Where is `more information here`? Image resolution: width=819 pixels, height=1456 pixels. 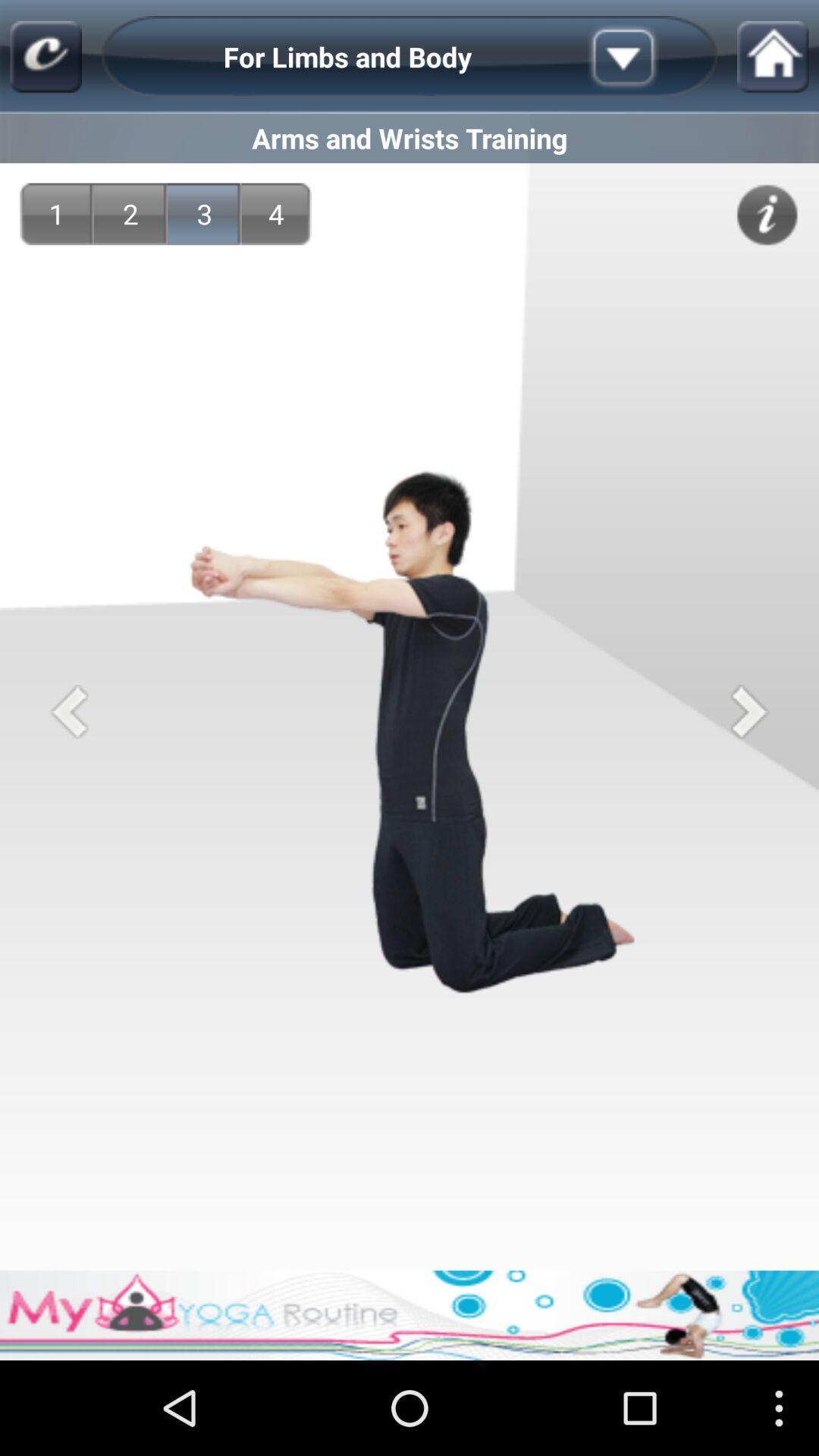
more information here is located at coordinates (767, 214).